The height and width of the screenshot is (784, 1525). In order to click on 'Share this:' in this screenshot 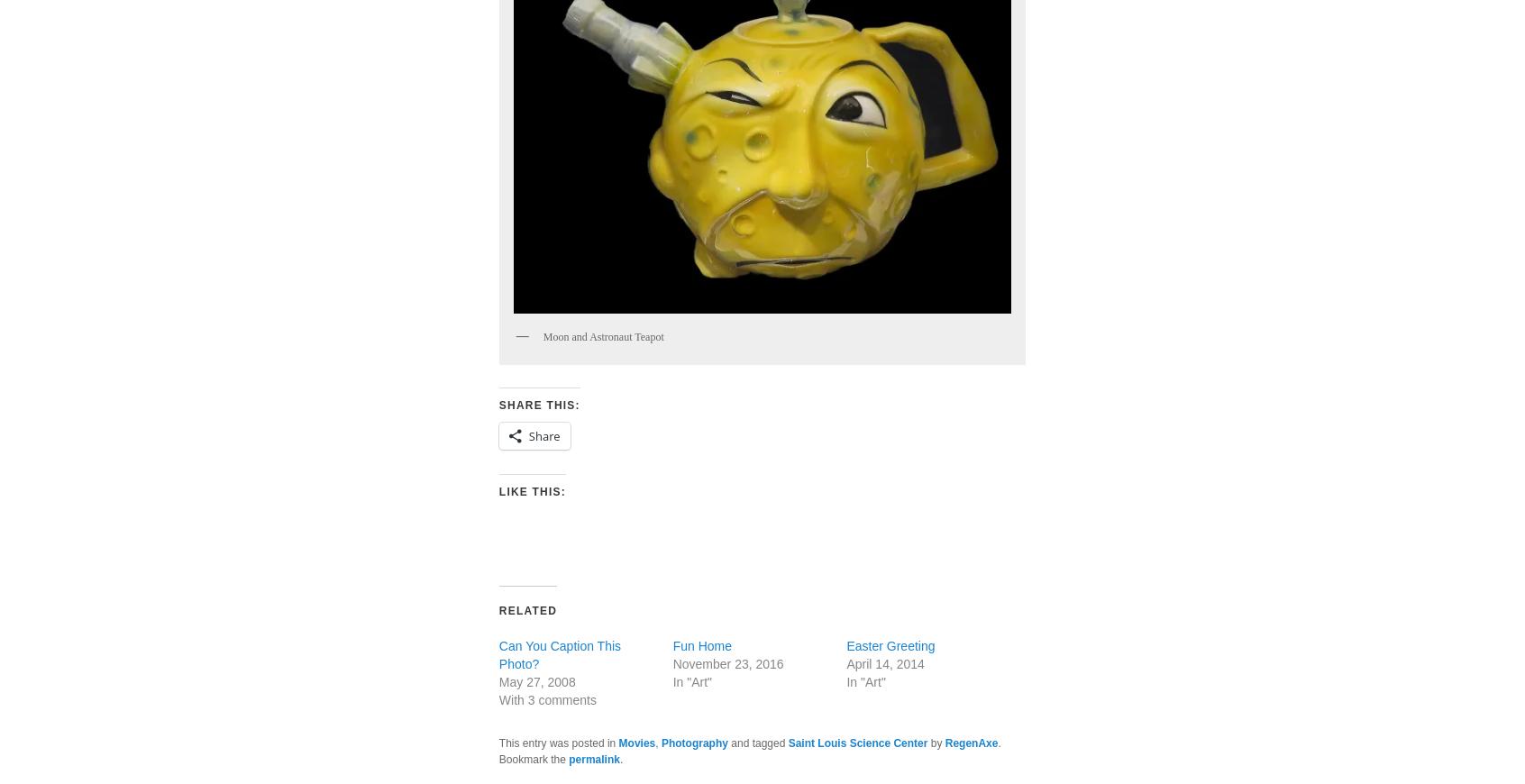, I will do `click(537, 404)`.